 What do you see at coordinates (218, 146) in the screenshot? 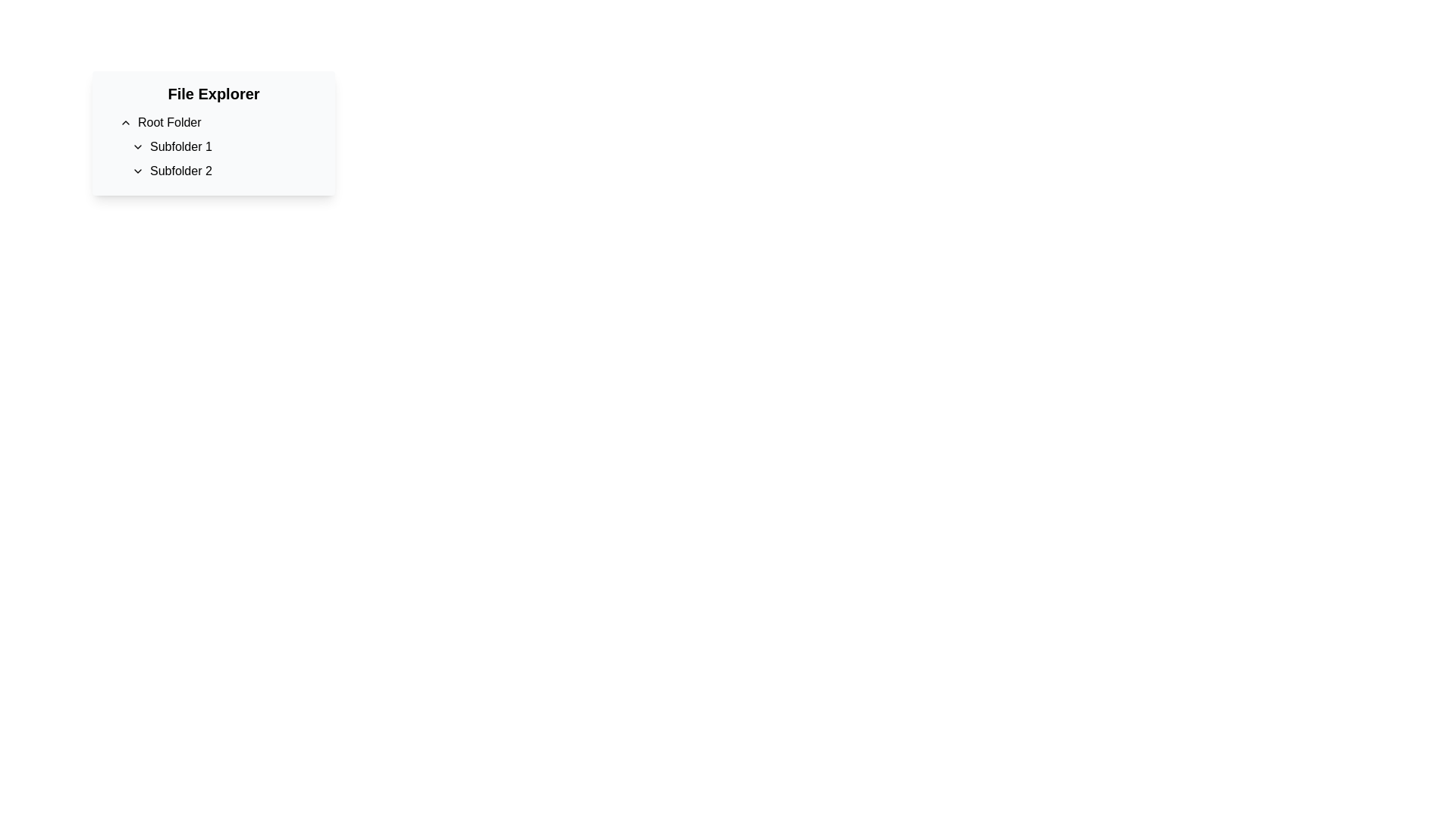
I see `the Hierarchical List element located in the 'File Explorer' section` at bounding box center [218, 146].